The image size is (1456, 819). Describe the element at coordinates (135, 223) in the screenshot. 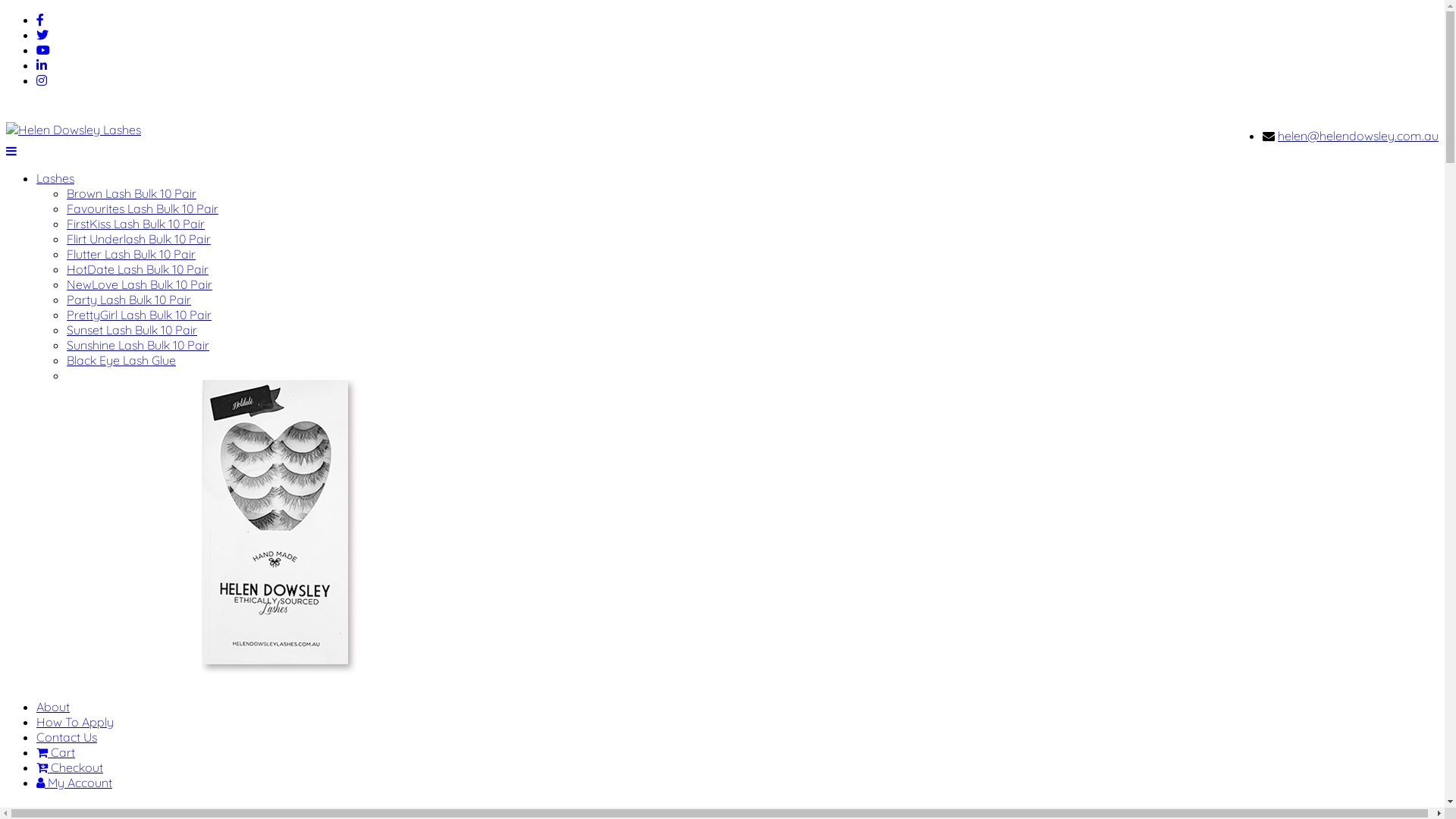

I see `'FirstKiss Lash Bulk 10 Pair'` at that location.